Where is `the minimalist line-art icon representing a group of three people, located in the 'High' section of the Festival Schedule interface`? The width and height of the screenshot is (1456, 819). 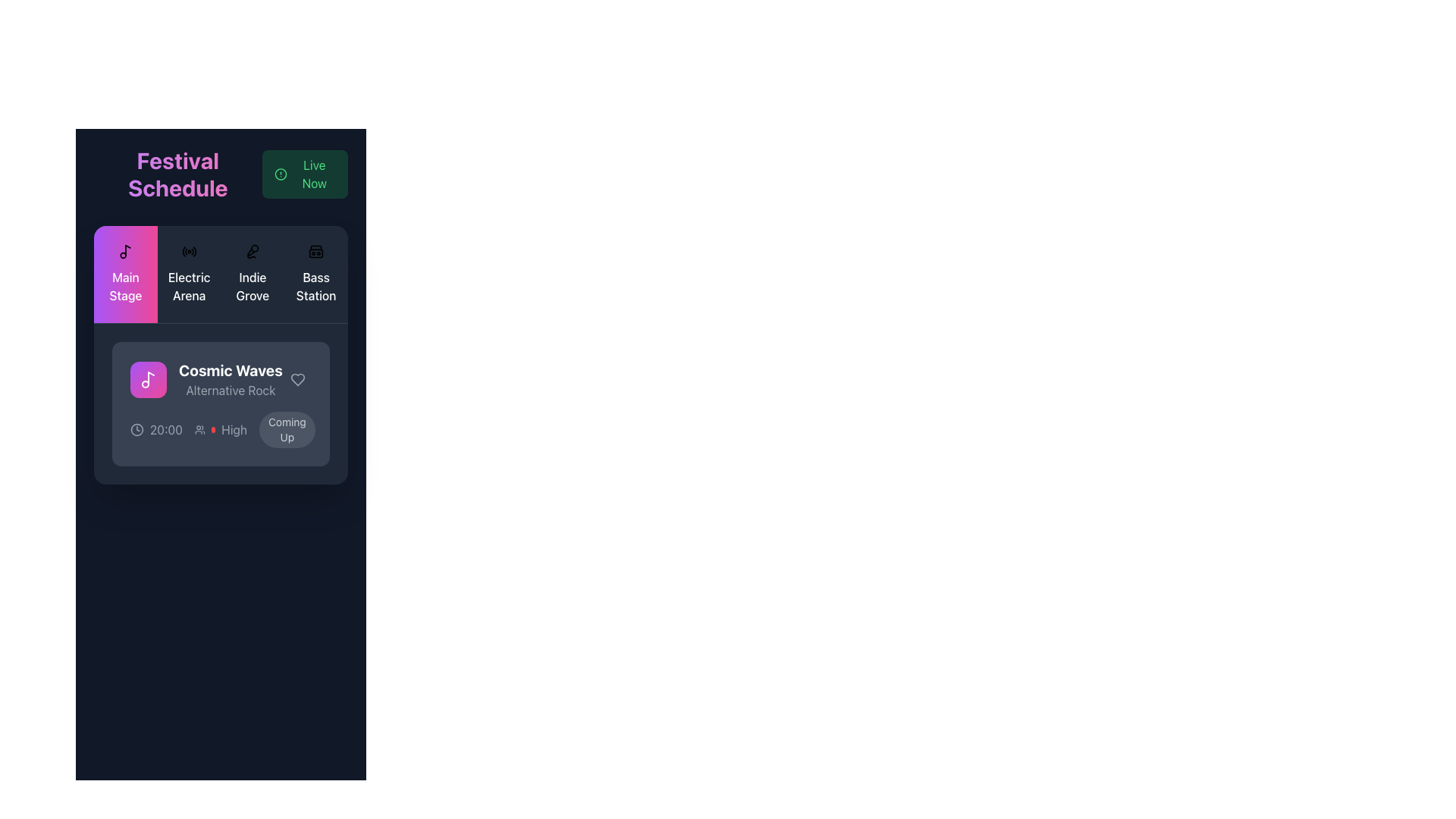
the minimalist line-art icon representing a group of three people, located in the 'High' section of the Festival Schedule interface is located at coordinates (199, 430).